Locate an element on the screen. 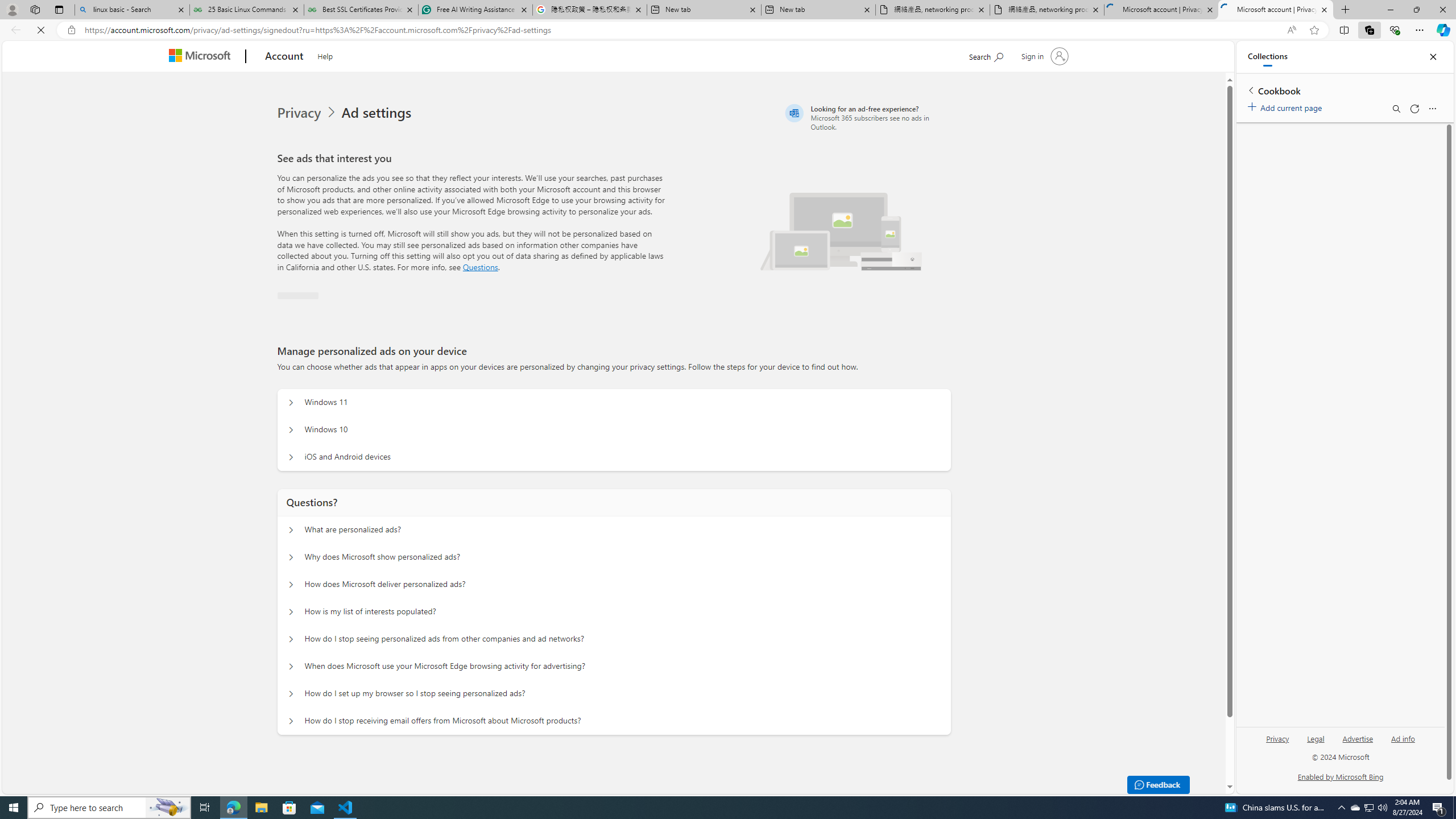  'Search Microsoft.com' is located at coordinates (1007, 55).